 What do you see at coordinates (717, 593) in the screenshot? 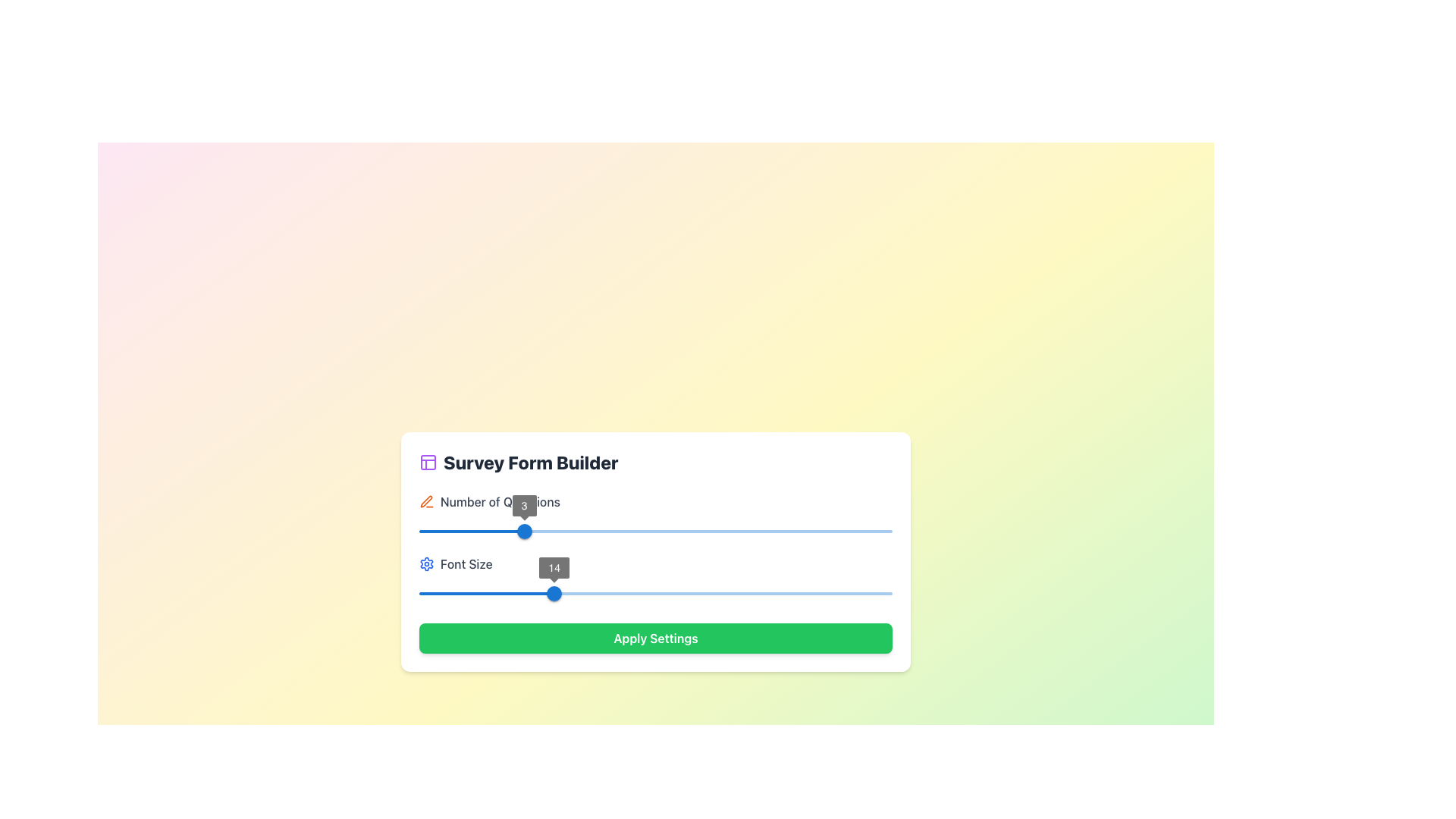
I see `the slider value` at bounding box center [717, 593].